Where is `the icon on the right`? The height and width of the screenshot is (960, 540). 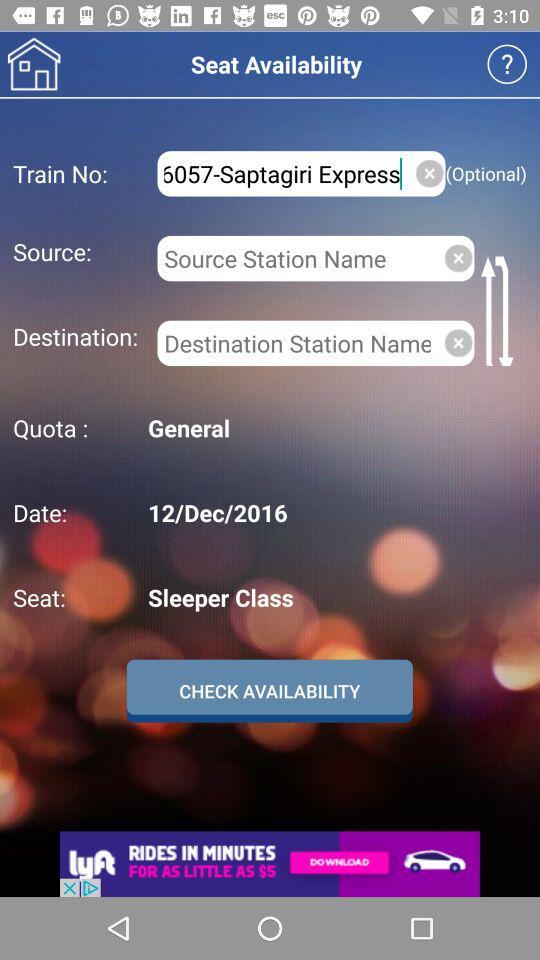 the icon on the right is located at coordinates (458, 343).